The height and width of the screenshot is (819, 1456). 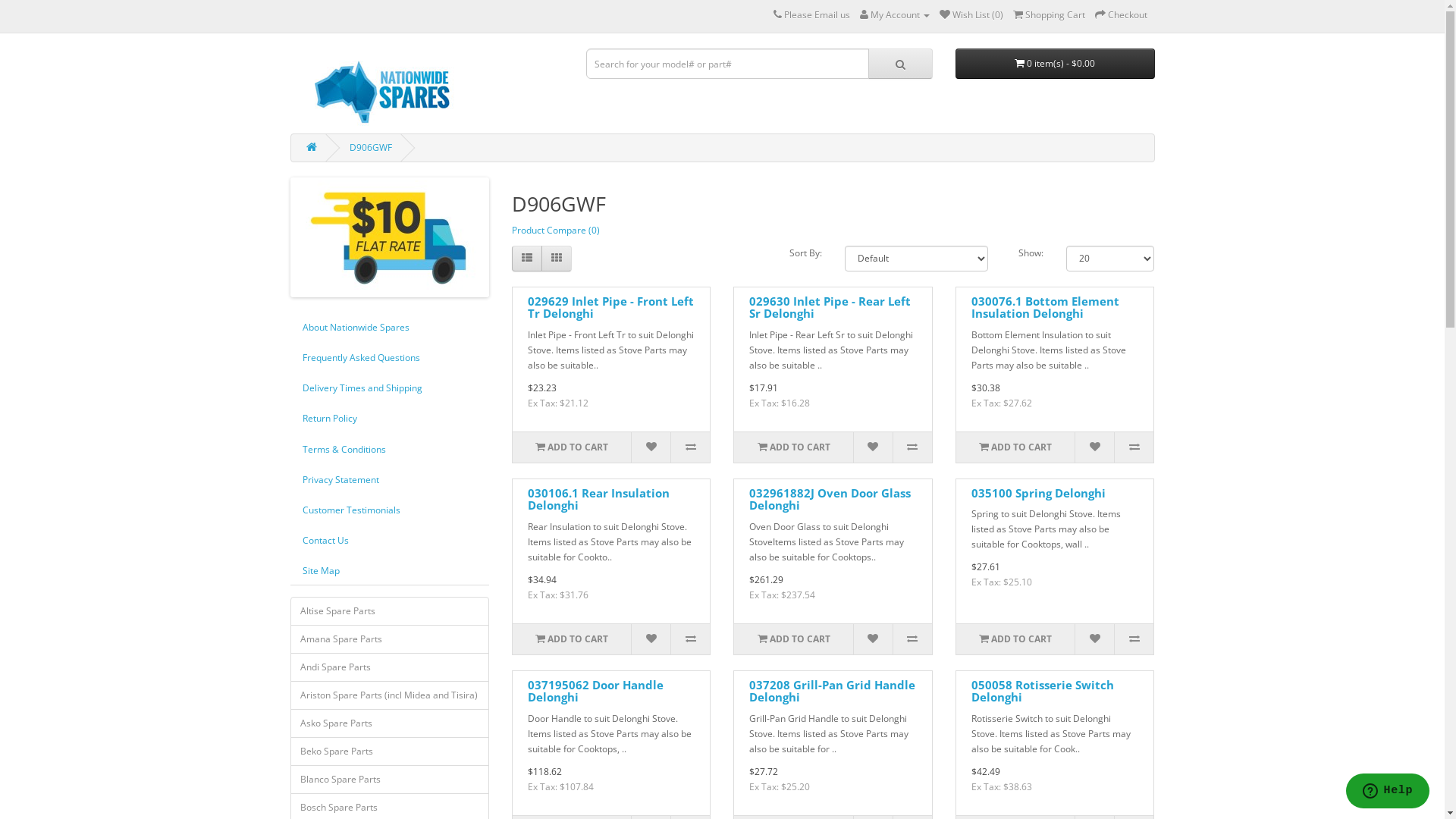 I want to click on 'Shopping Cart', so click(x=1048, y=14).